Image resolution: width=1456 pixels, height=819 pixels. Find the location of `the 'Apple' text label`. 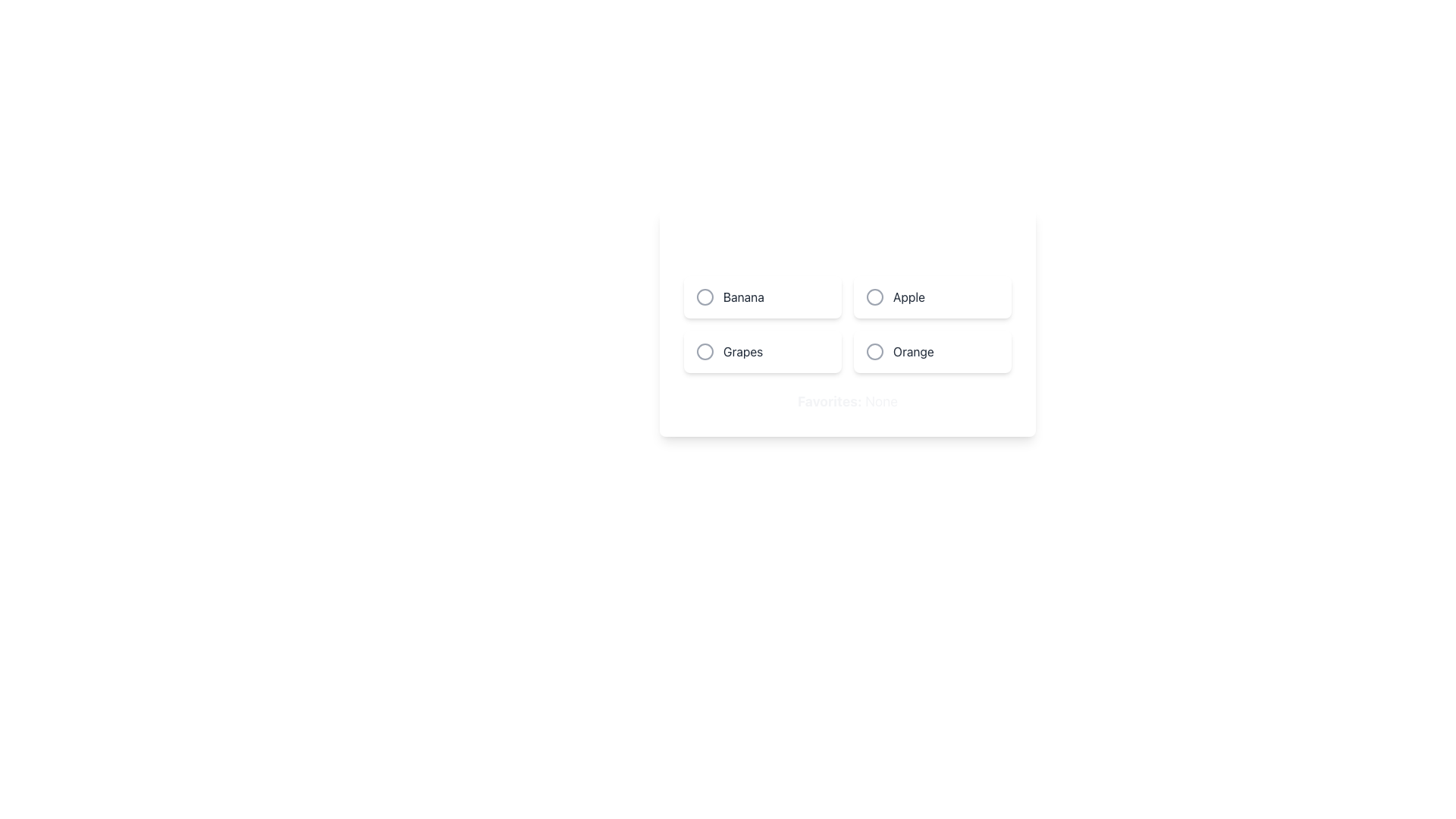

the 'Apple' text label is located at coordinates (909, 297).